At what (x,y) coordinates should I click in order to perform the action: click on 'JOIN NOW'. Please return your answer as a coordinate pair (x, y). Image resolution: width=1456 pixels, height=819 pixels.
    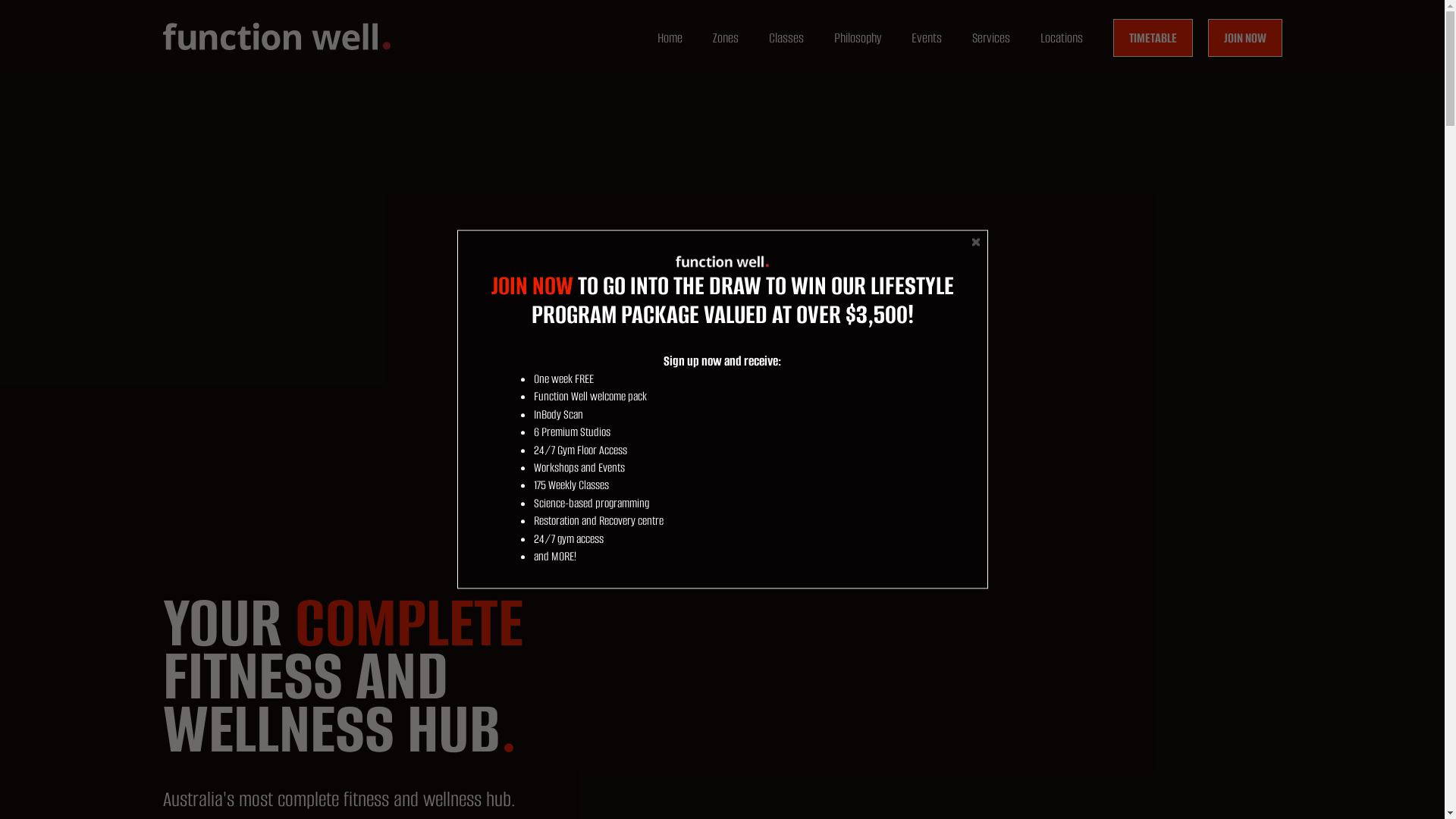
    Looking at the image, I should click on (1244, 37).